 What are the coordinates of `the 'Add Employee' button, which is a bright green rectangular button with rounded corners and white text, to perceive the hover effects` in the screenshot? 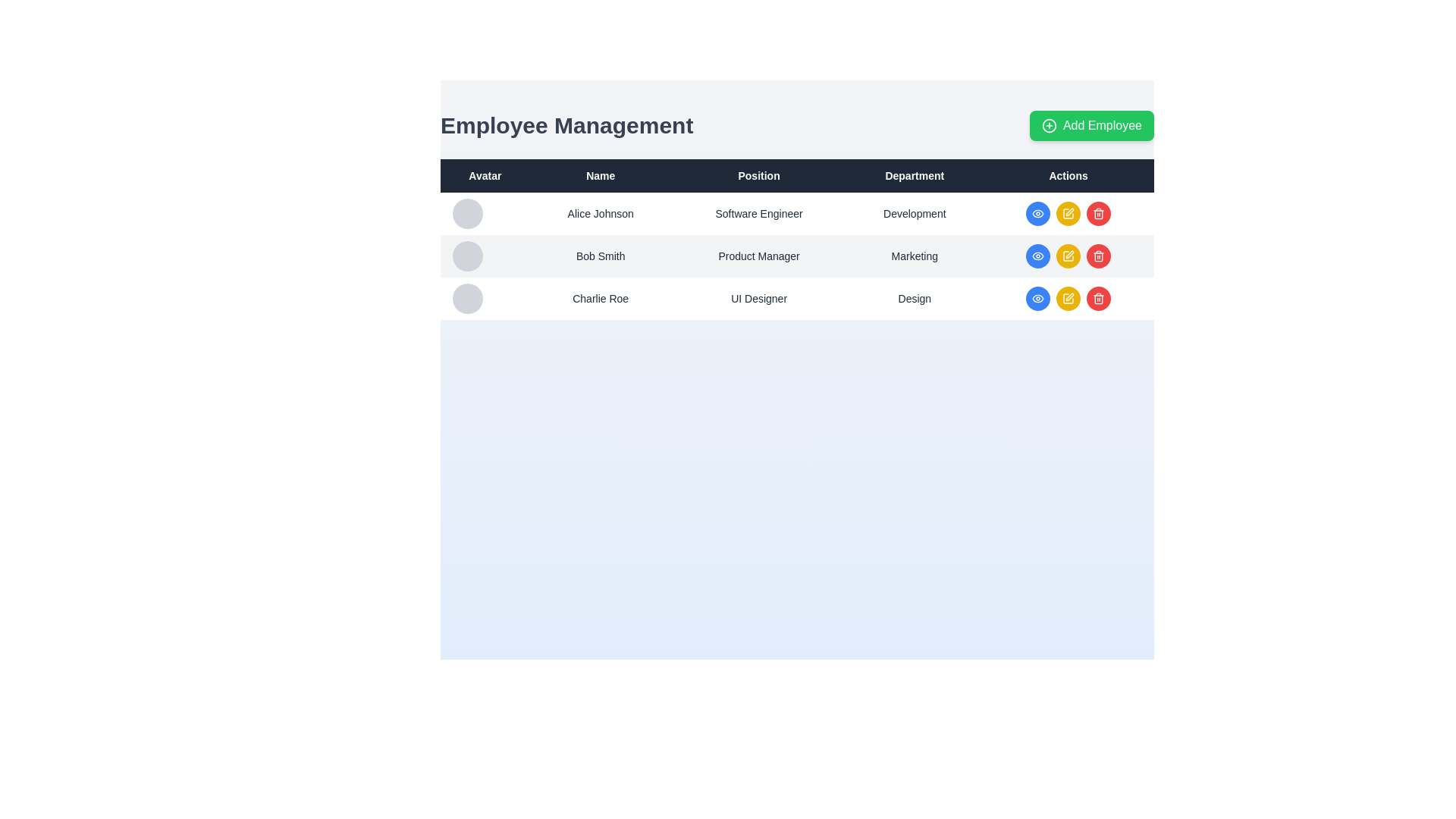 It's located at (1092, 124).